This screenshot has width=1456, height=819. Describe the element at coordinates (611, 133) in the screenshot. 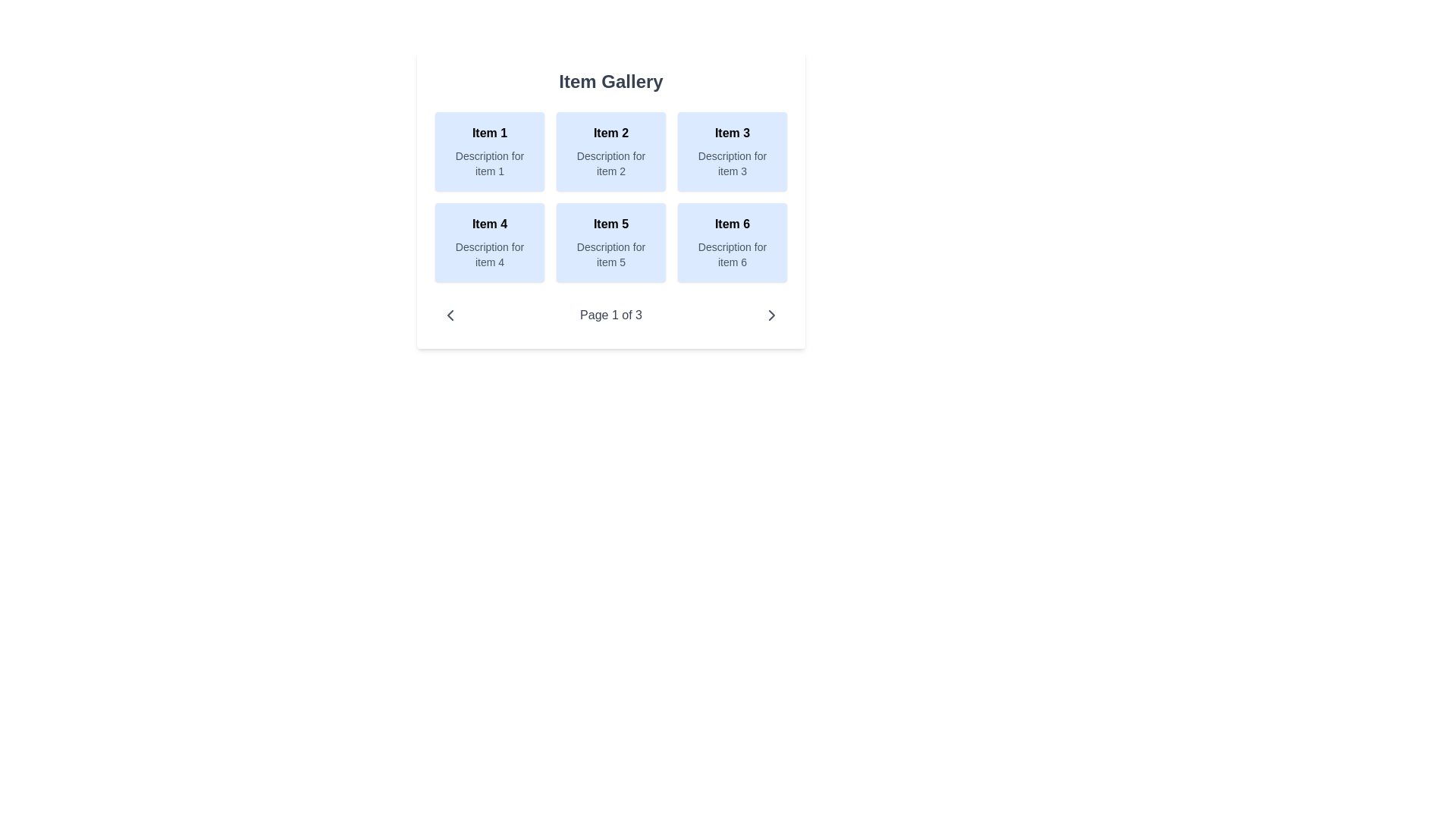

I see `text content of the bolded label displaying 'Item 2' located in the second card of the first row with a light blue background` at that location.